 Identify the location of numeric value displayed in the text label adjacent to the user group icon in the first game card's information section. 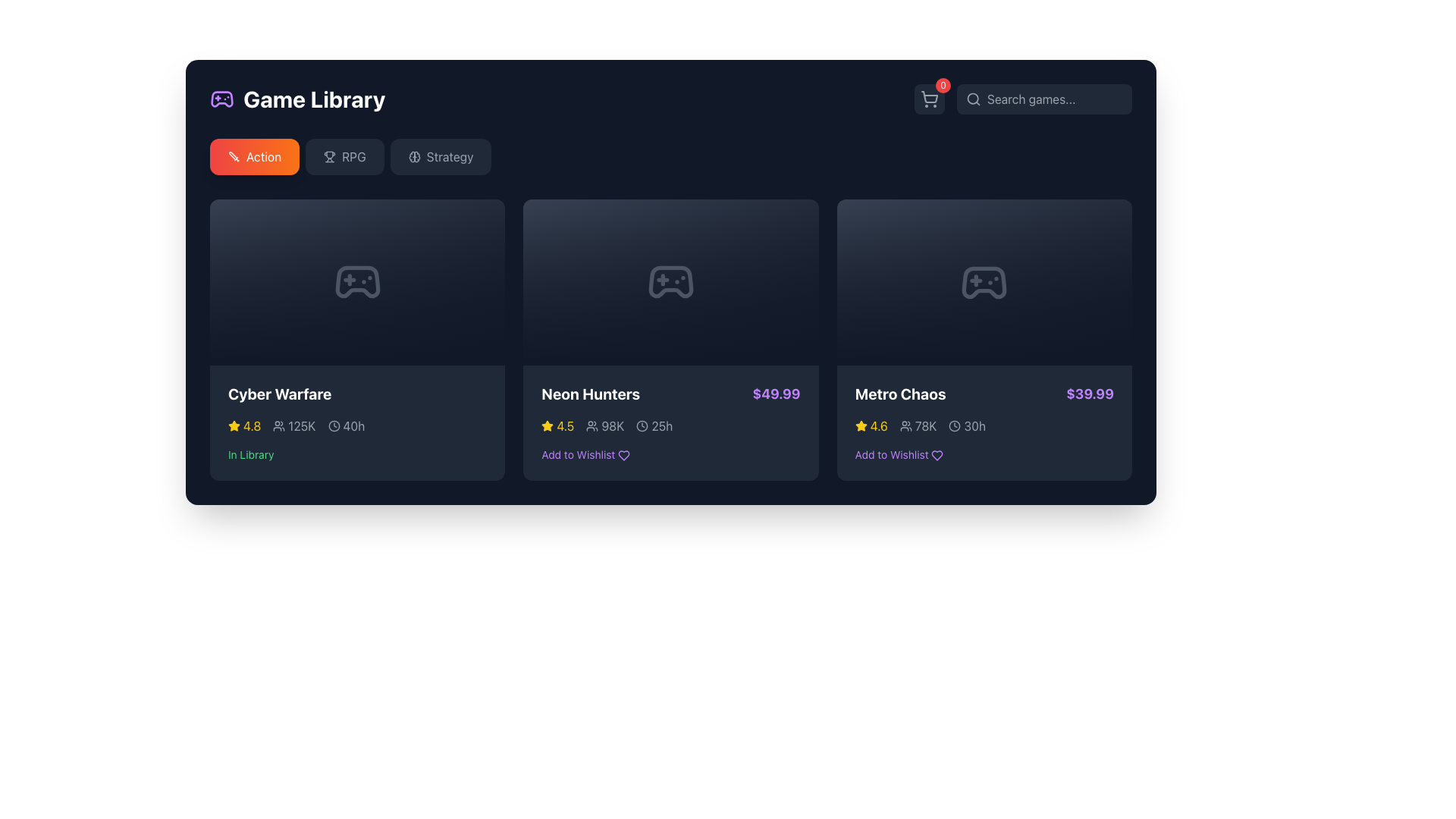
(302, 426).